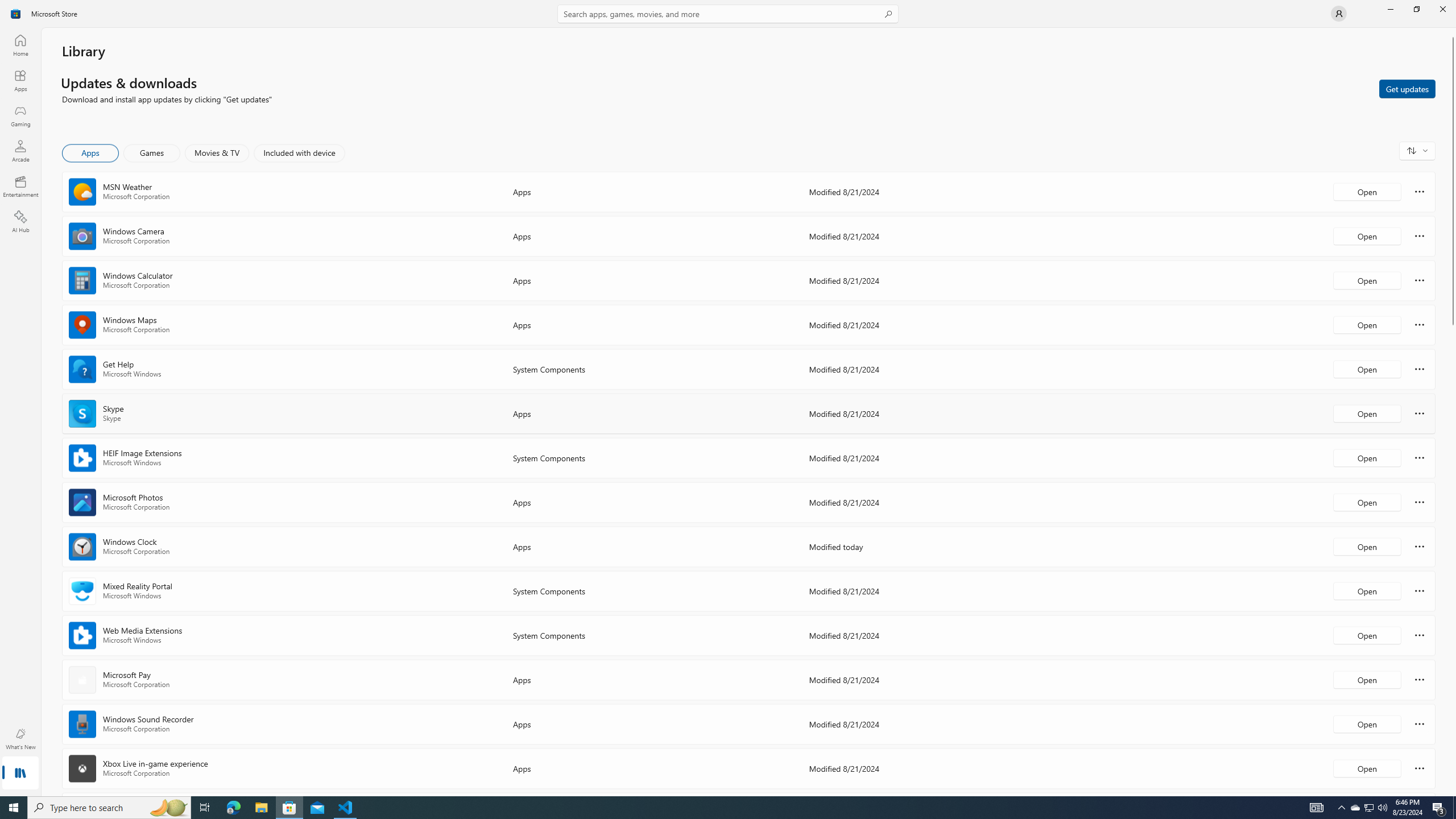 This screenshot has width=1456, height=819. What do you see at coordinates (1407, 88) in the screenshot?
I see `'Get updates'` at bounding box center [1407, 88].